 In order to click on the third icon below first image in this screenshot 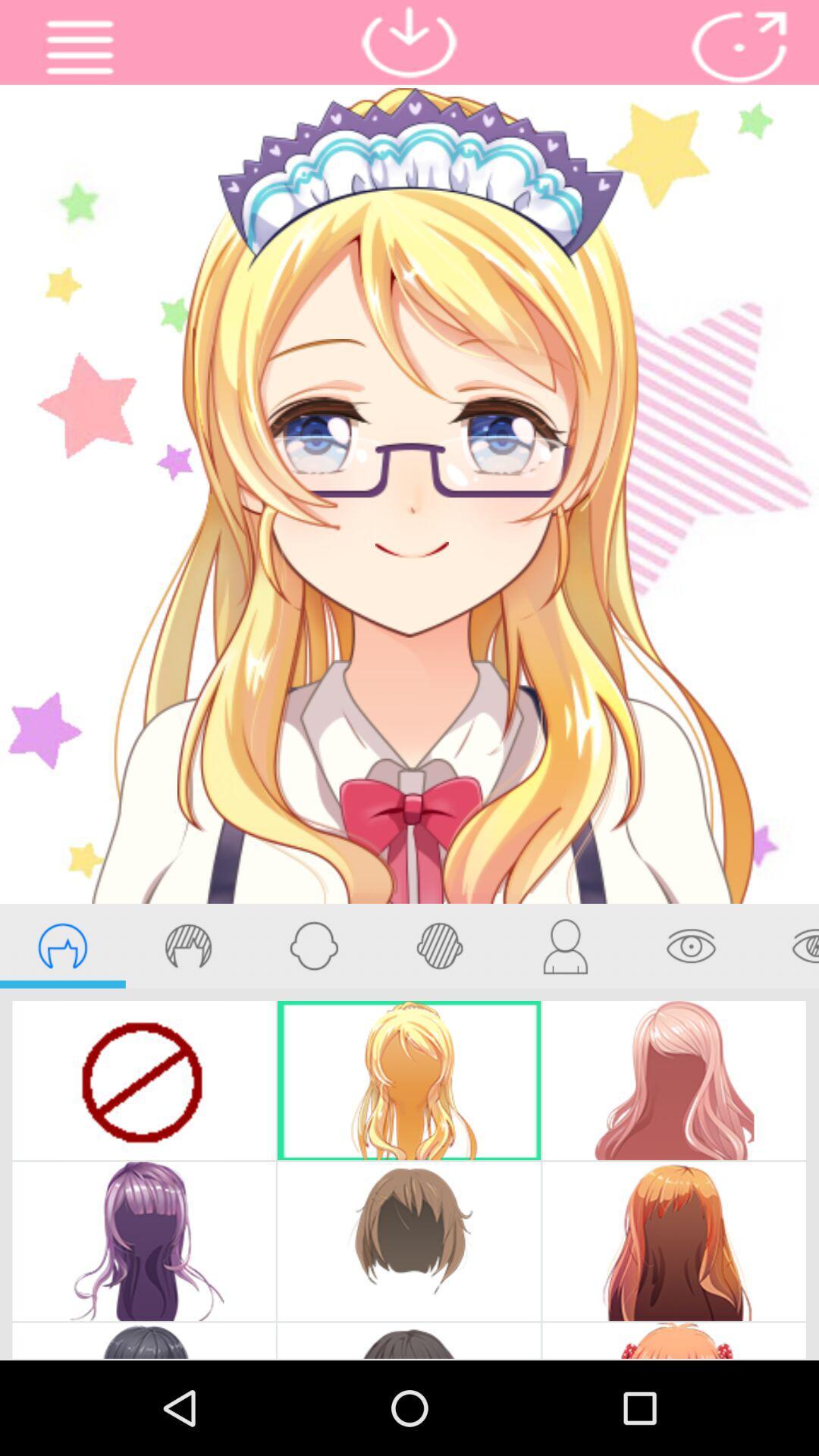, I will do `click(313, 946)`.